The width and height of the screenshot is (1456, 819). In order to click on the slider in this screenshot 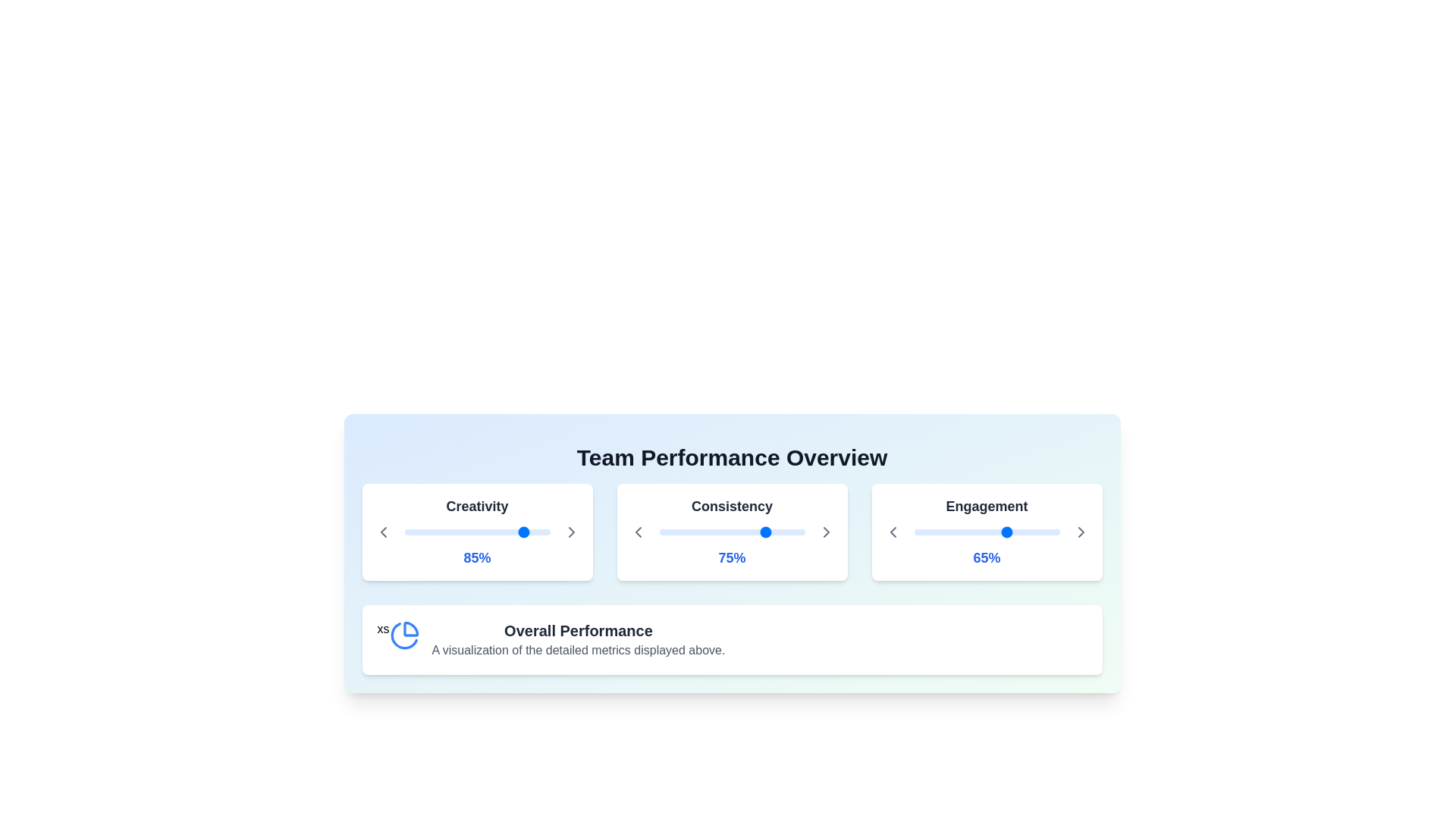, I will do `click(546, 532)`.